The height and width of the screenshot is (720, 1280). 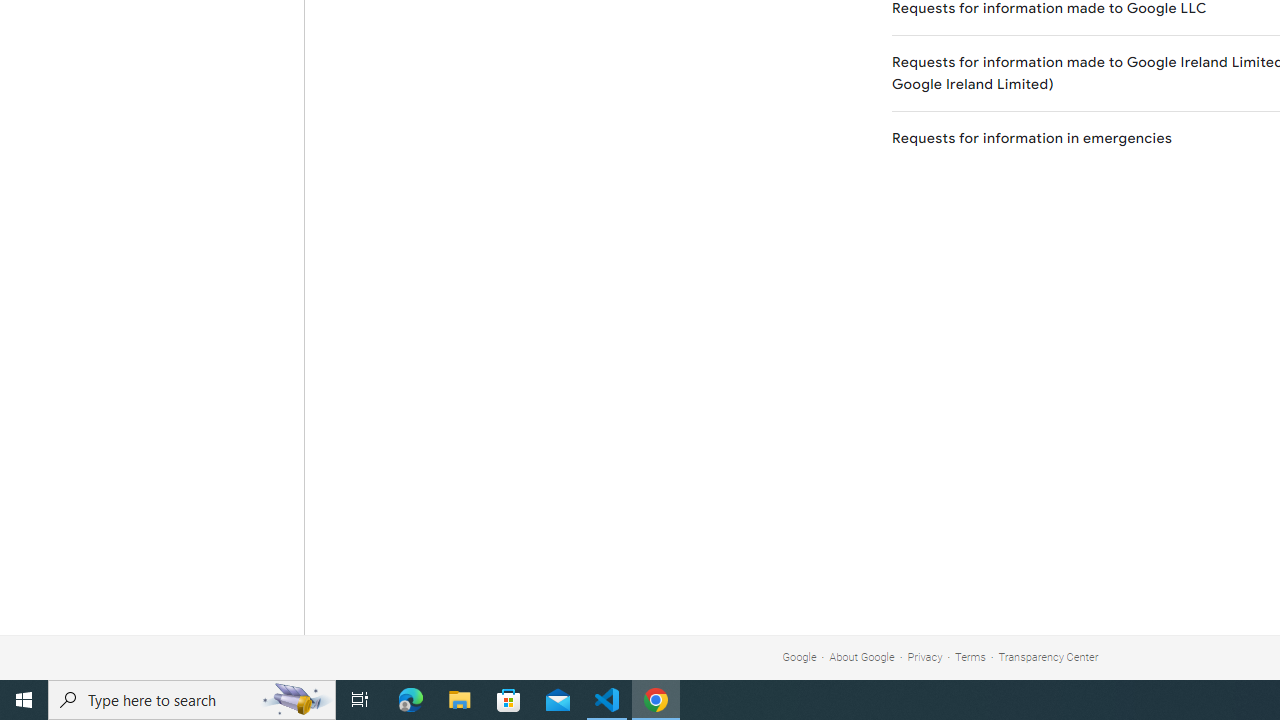 I want to click on 'About Google', so click(x=862, y=657).